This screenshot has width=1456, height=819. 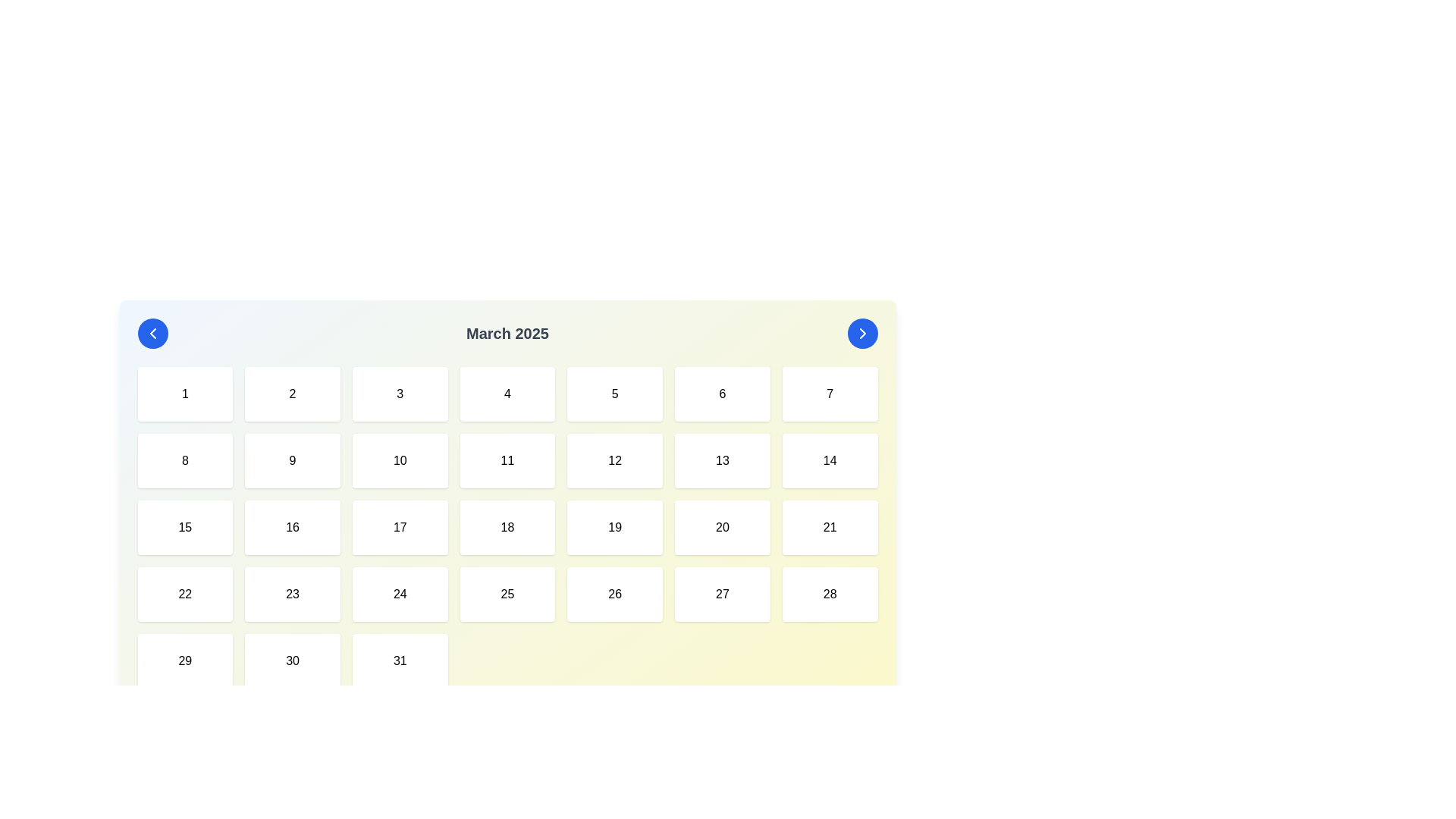 What do you see at coordinates (400, 660) in the screenshot?
I see `the square-shaped tile button displaying '31' in a calendar-like interface` at bounding box center [400, 660].